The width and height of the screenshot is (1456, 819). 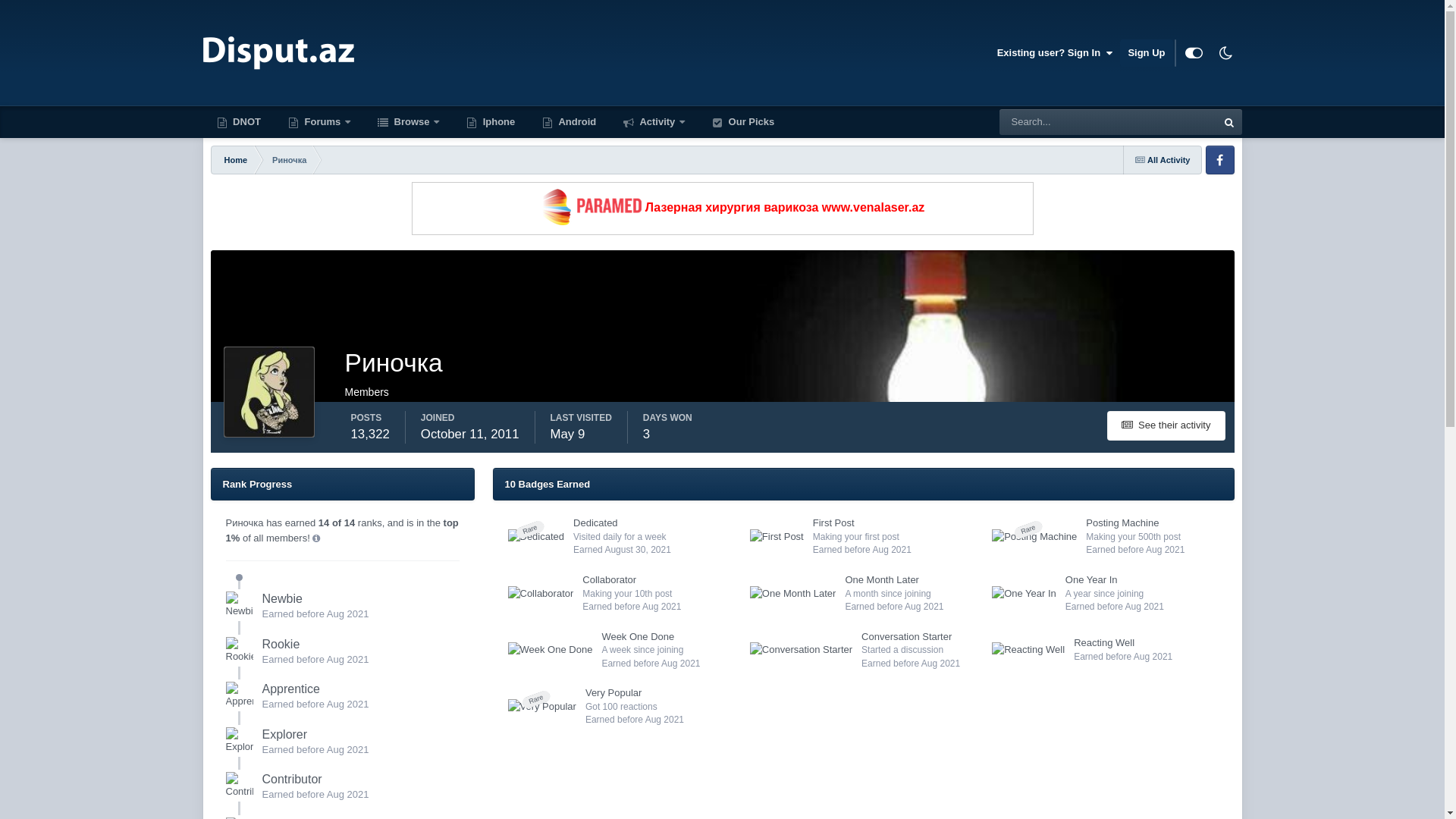 I want to click on 'Browse', so click(x=408, y=121).